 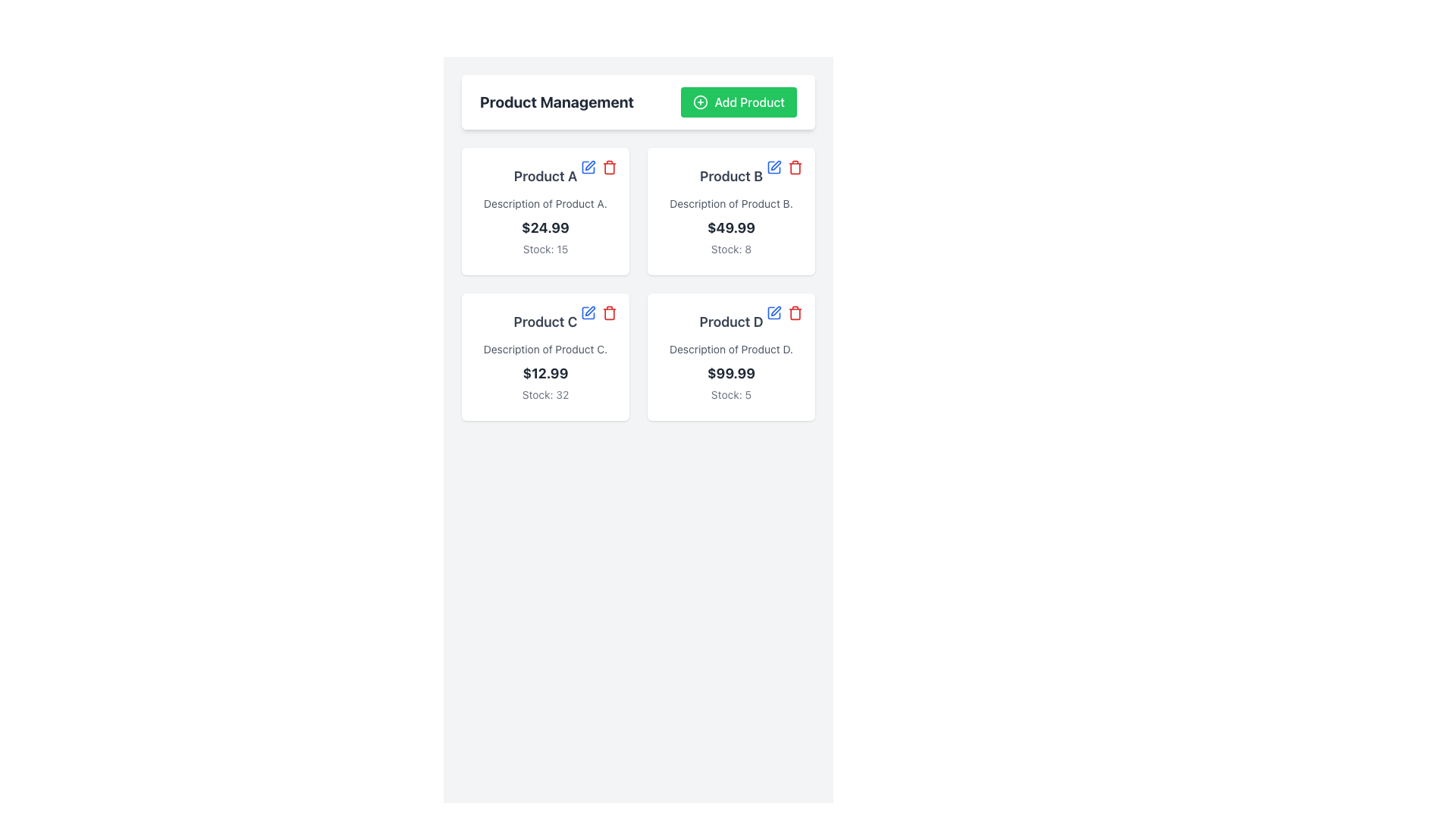 What do you see at coordinates (731, 350) in the screenshot?
I see `the text label reading 'Description of Product D.' which is styled in a small font size and light gray color, located beneath the title 'Product D' and above the price '$99.99'` at bounding box center [731, 350].